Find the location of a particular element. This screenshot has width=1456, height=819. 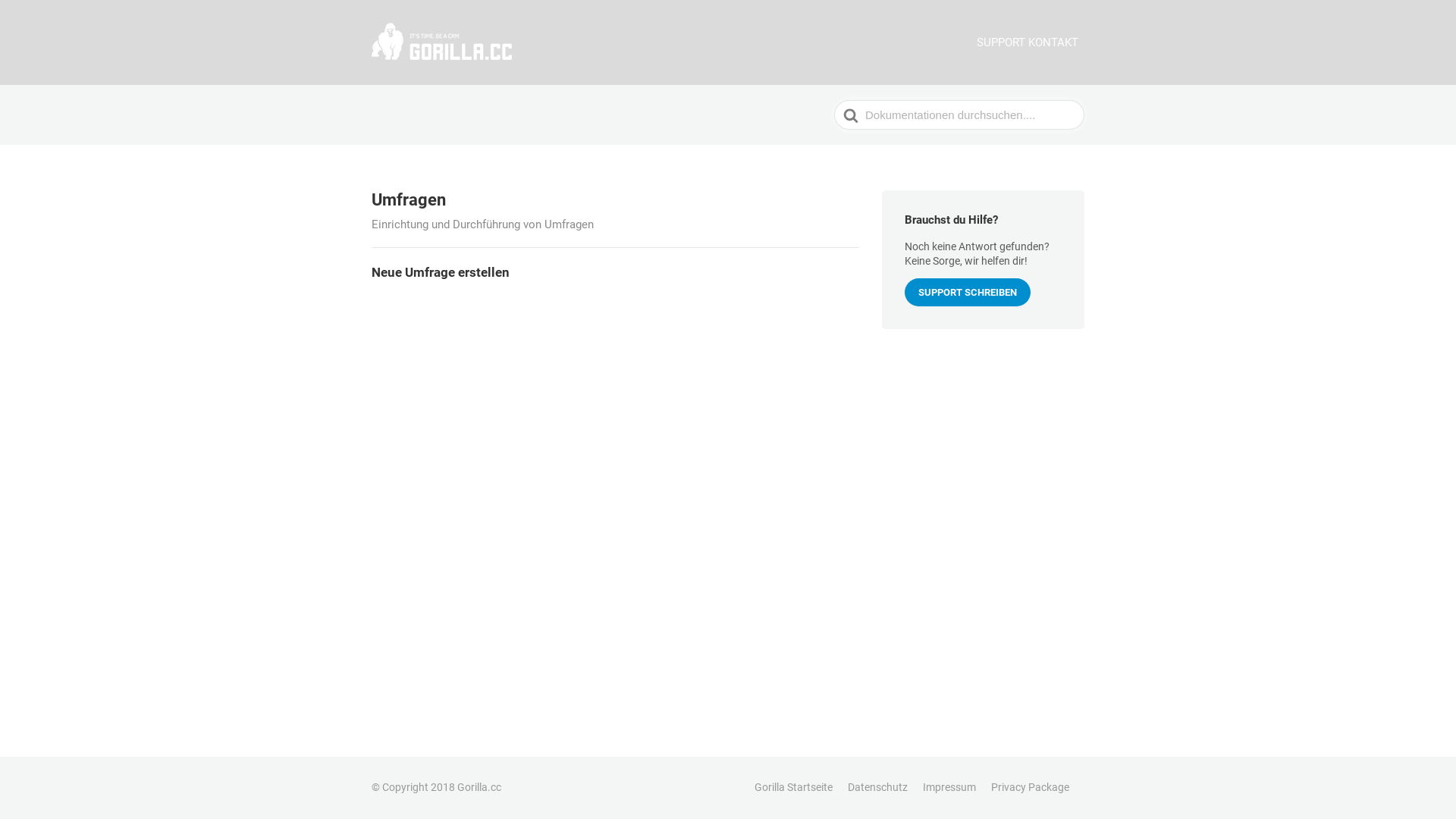

'Impressum' is located at coordinates (949, 786).